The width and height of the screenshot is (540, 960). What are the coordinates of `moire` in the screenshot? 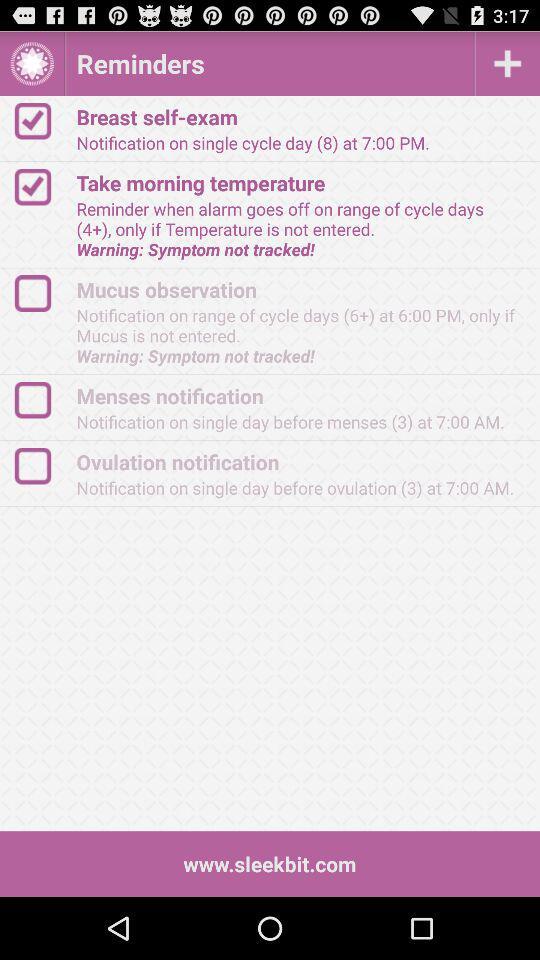 It's located at (507, 63).